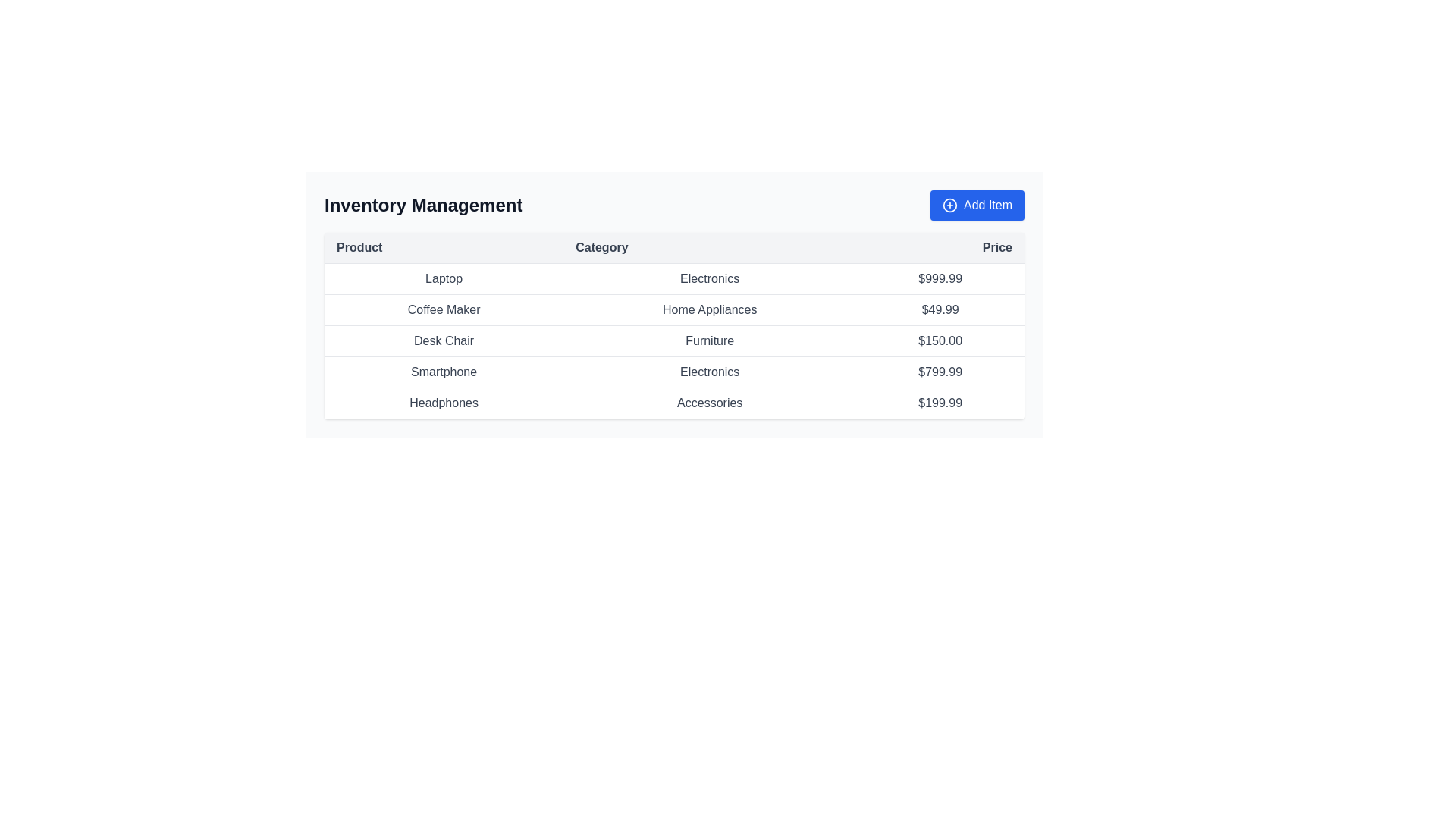  I want to click on the price text label for 'Headphones' in the last column of the Accessories category, so click(940, 403).